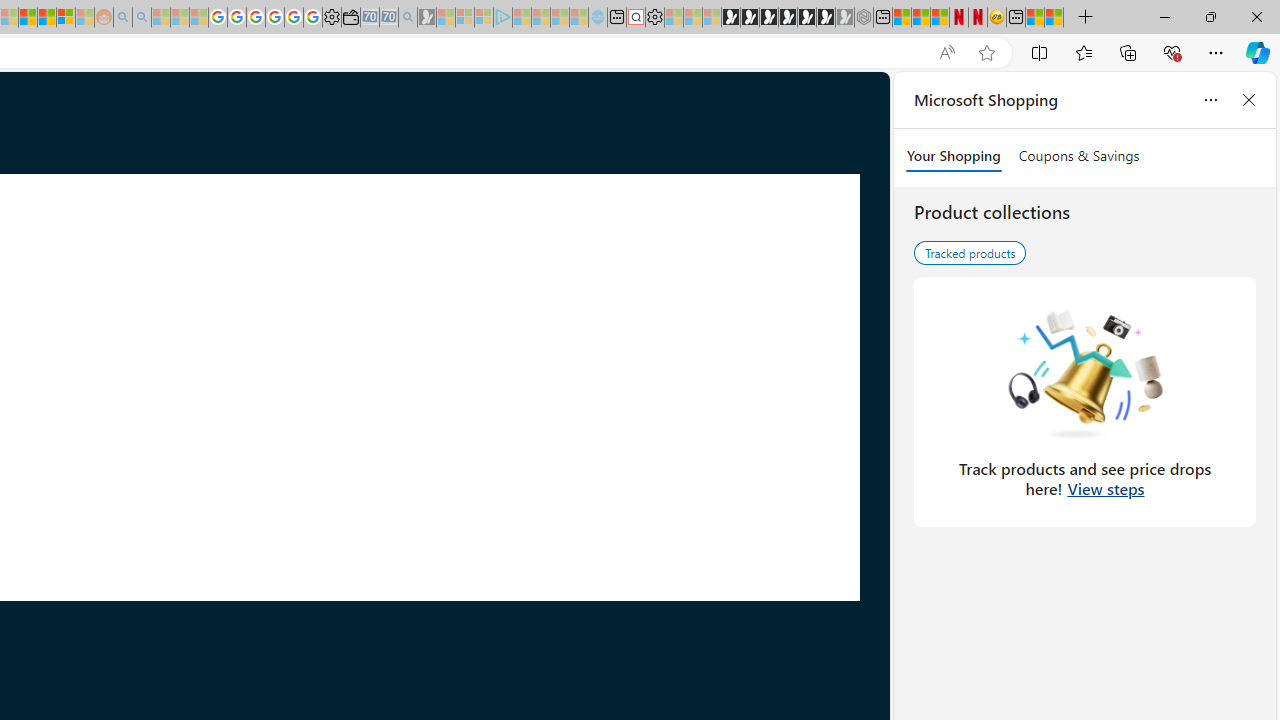 This screenshot has width=1280, height=720. I want to click on 'Home | Sky Blue Bikes - Sky Blue Bikes - Sleeping', so click(596, 17).